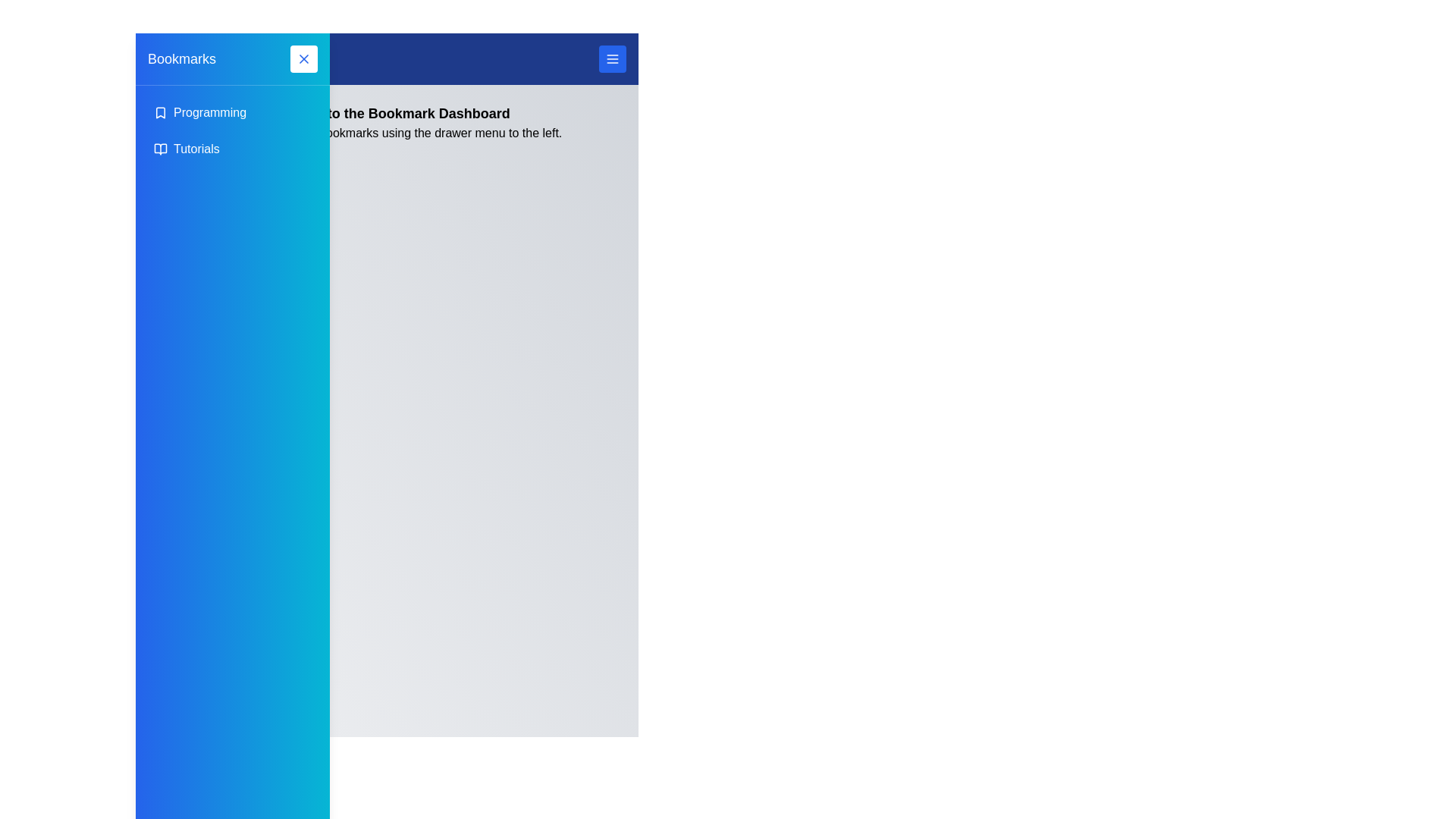 The width and height of the screenshot is (1456, 819). I want to click on the small diagonal cross symbol ('X') located at the upper-right corner of the sidebar, so click(303, 58).